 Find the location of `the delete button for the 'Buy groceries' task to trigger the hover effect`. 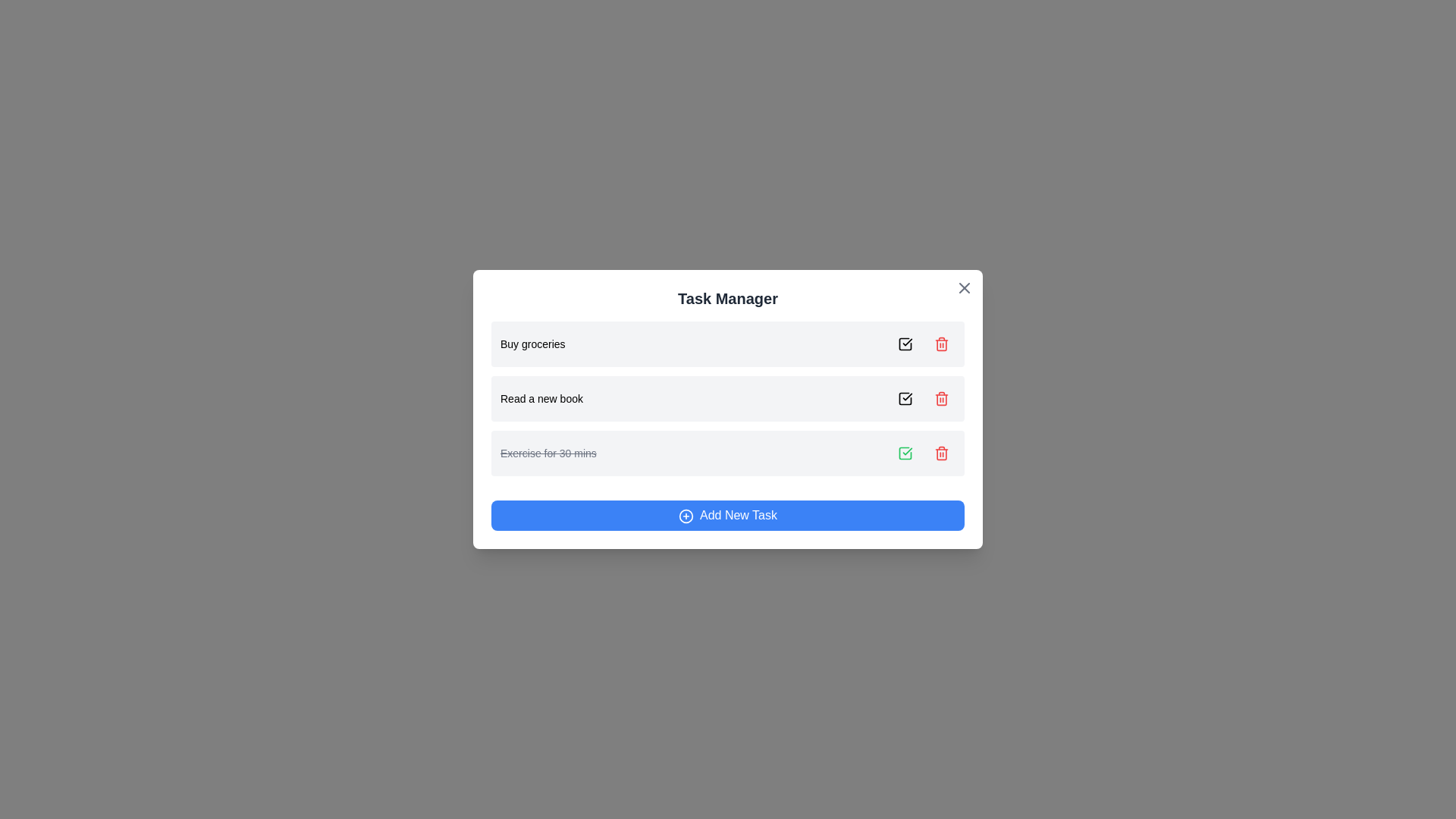

the delete button for the 'Buy groceries' task to trigger the hover effect is located at coordinates (941, 344).